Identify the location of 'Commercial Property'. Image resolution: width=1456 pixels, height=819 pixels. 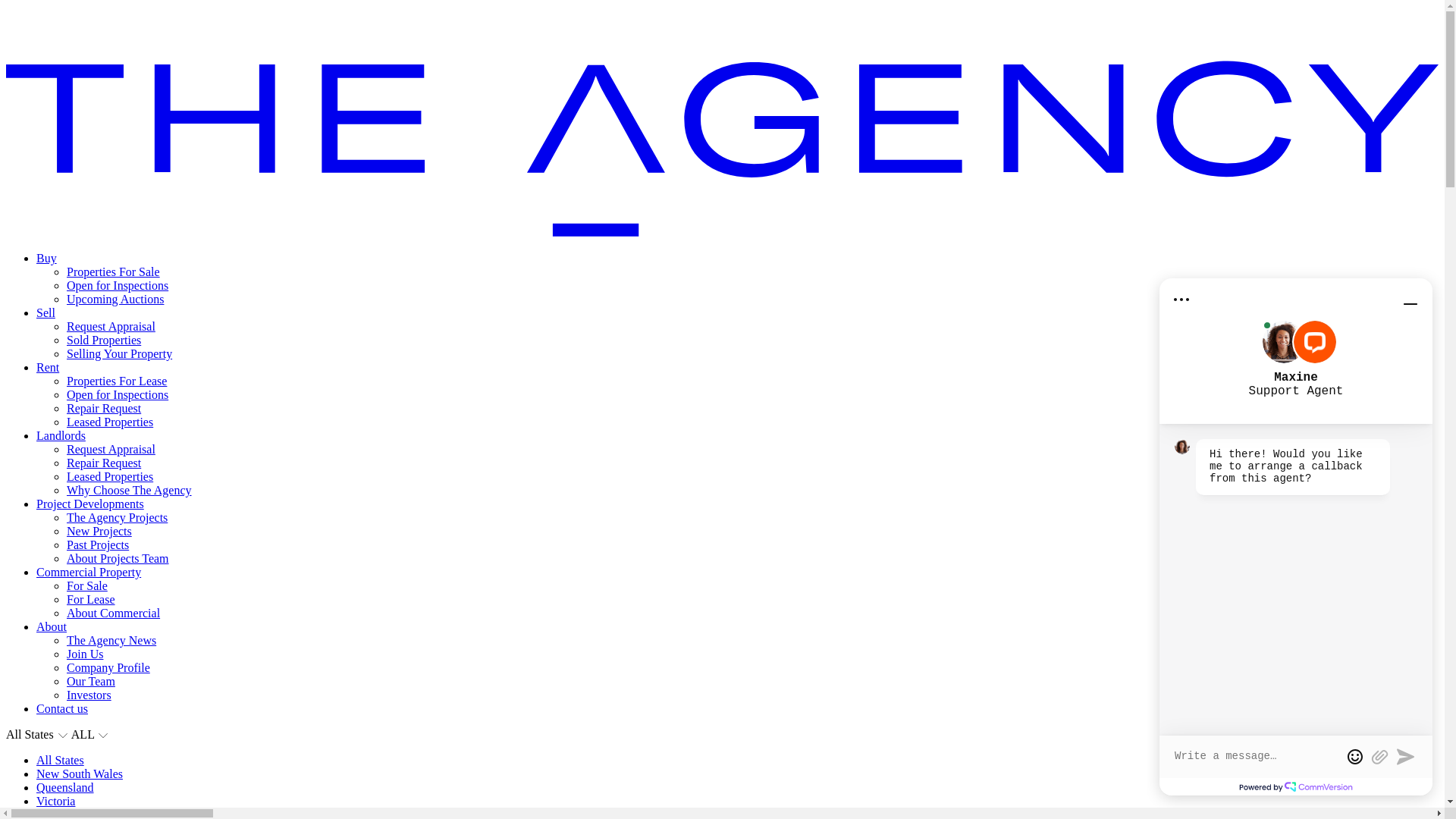
(87, 572).